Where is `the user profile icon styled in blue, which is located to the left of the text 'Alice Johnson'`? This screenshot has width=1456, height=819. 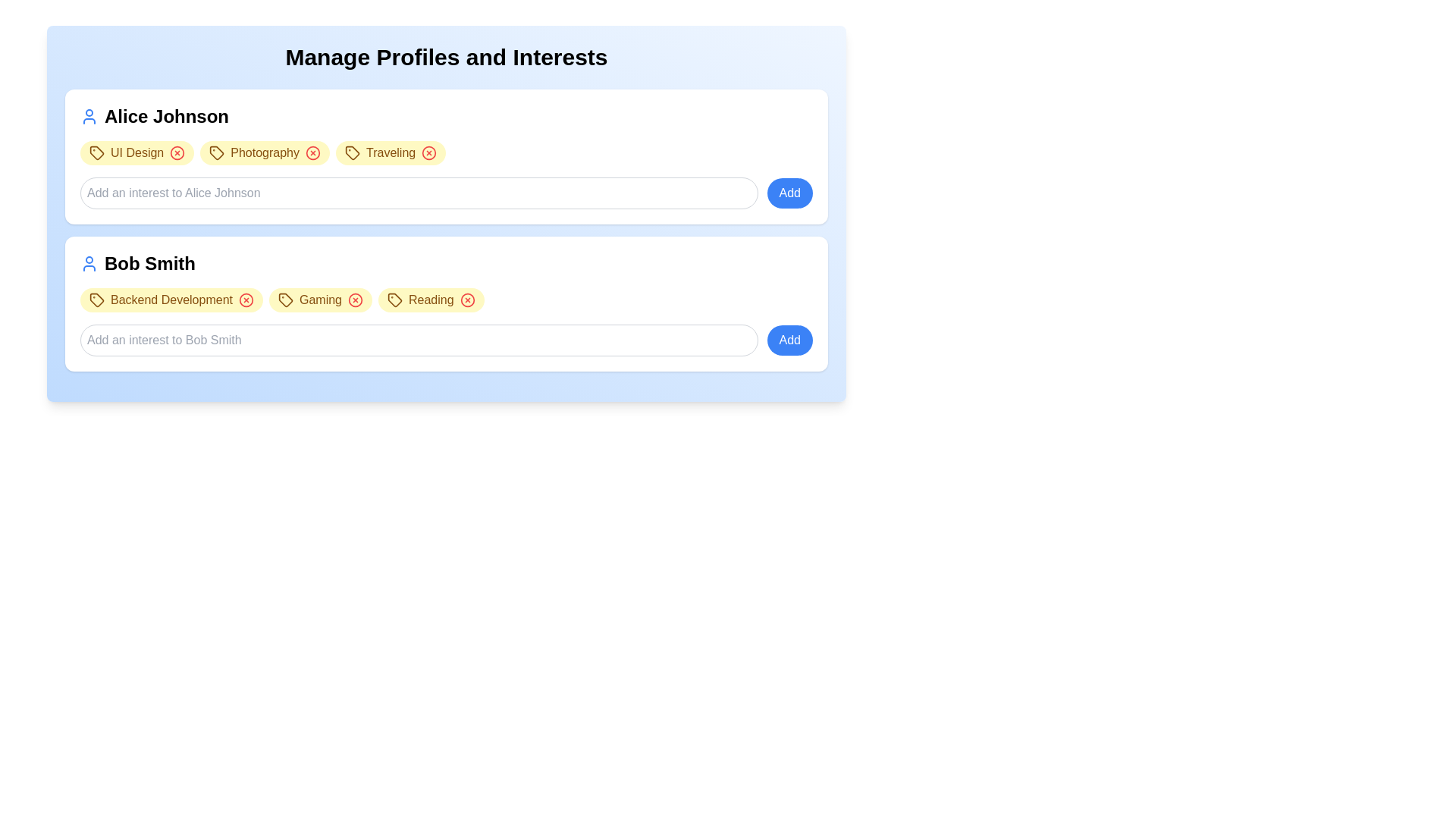 the user profile icon styled in blue, which is located to the left of the text 'Alice Johnson' is located at coordinates (89, 116).